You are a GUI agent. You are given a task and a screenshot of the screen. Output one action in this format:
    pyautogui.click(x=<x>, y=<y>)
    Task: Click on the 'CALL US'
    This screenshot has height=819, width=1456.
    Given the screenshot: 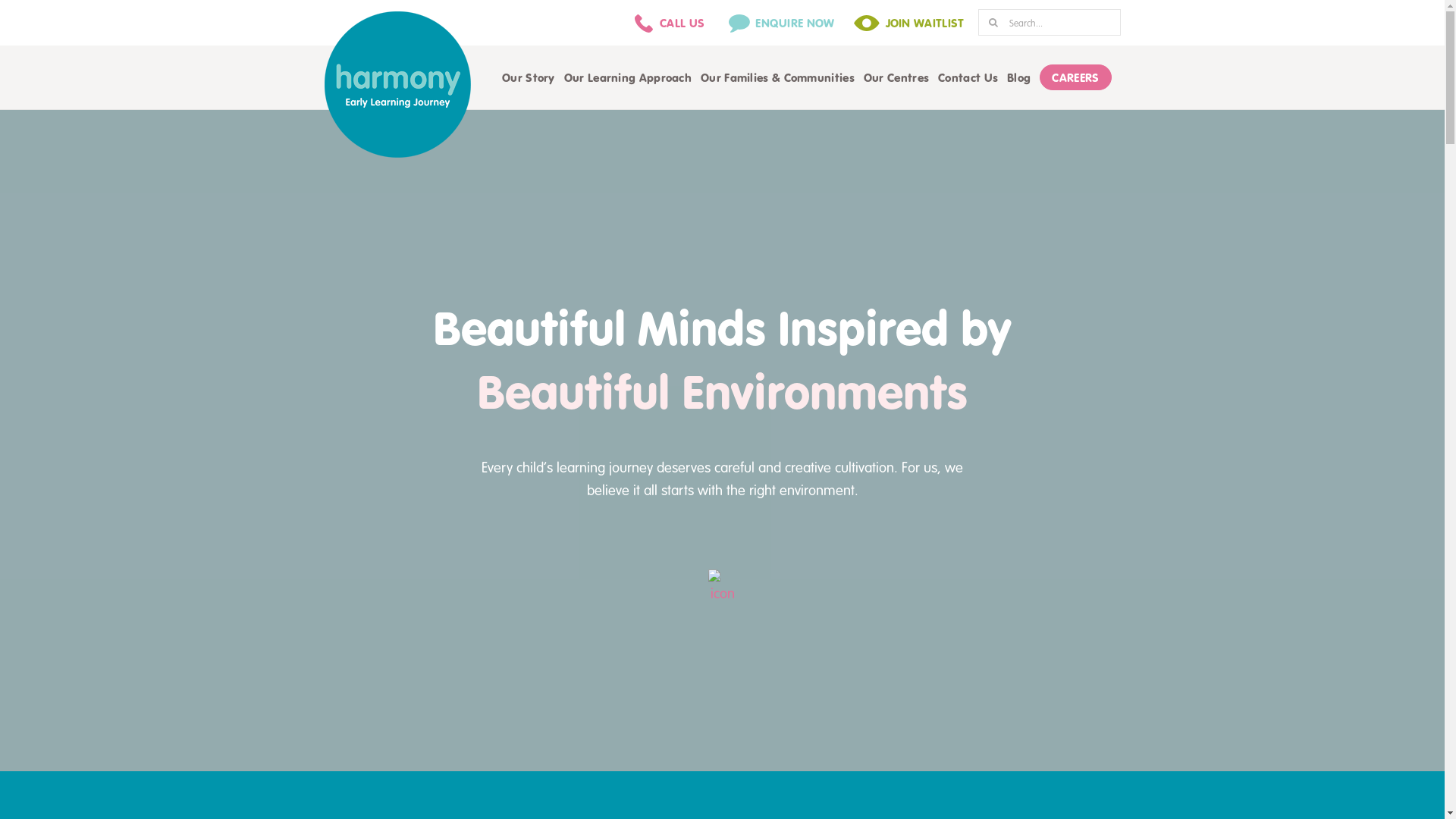 What is the action you would take?
    pyautogui.click(x=666, y=23)
    